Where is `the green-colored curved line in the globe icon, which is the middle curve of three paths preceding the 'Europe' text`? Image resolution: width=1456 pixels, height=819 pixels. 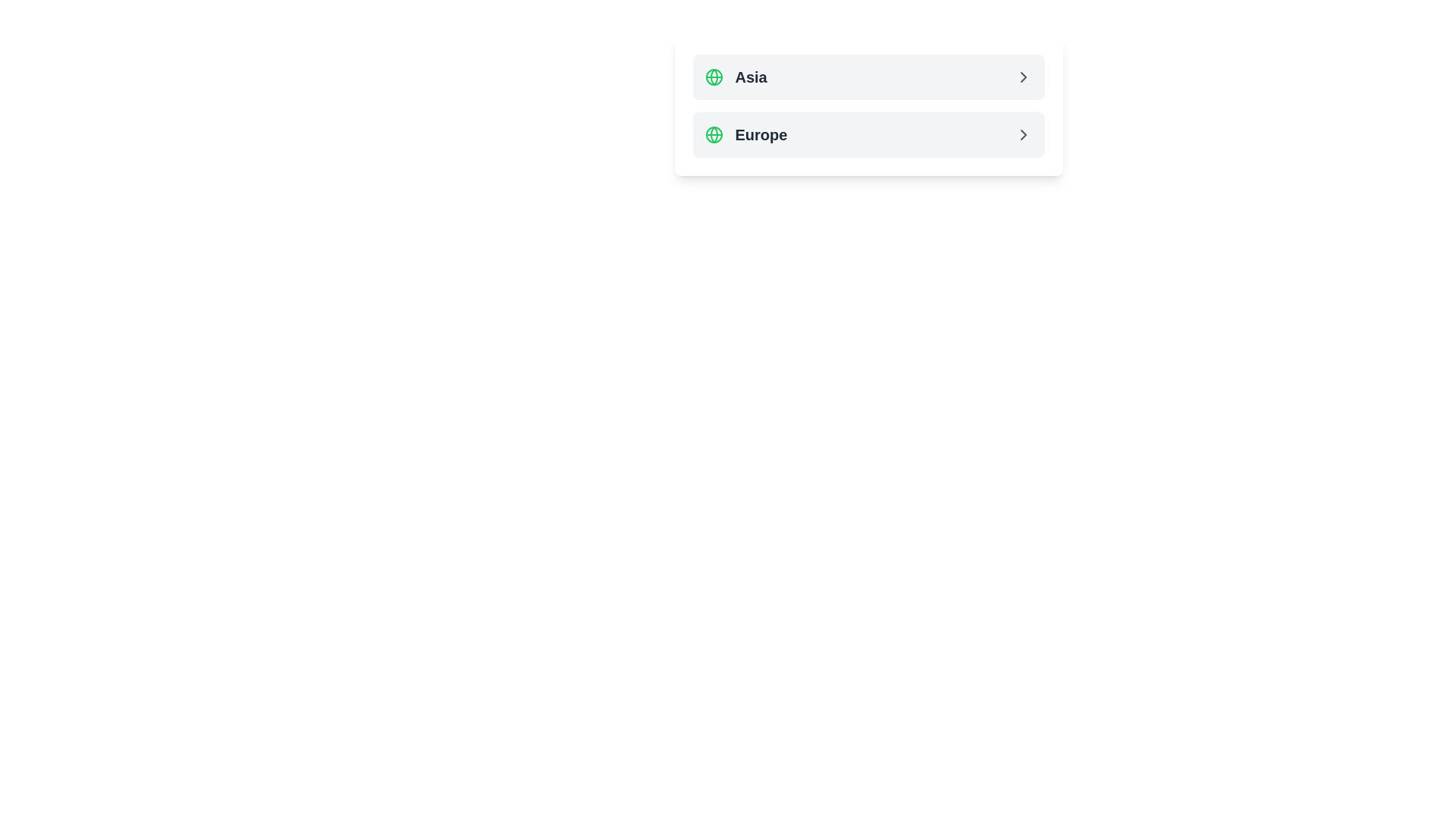
the green-colored curved line in the globe icon, which is the middle curve of three paths preceding the 'Europe' text is located at coordinates (713, 77).